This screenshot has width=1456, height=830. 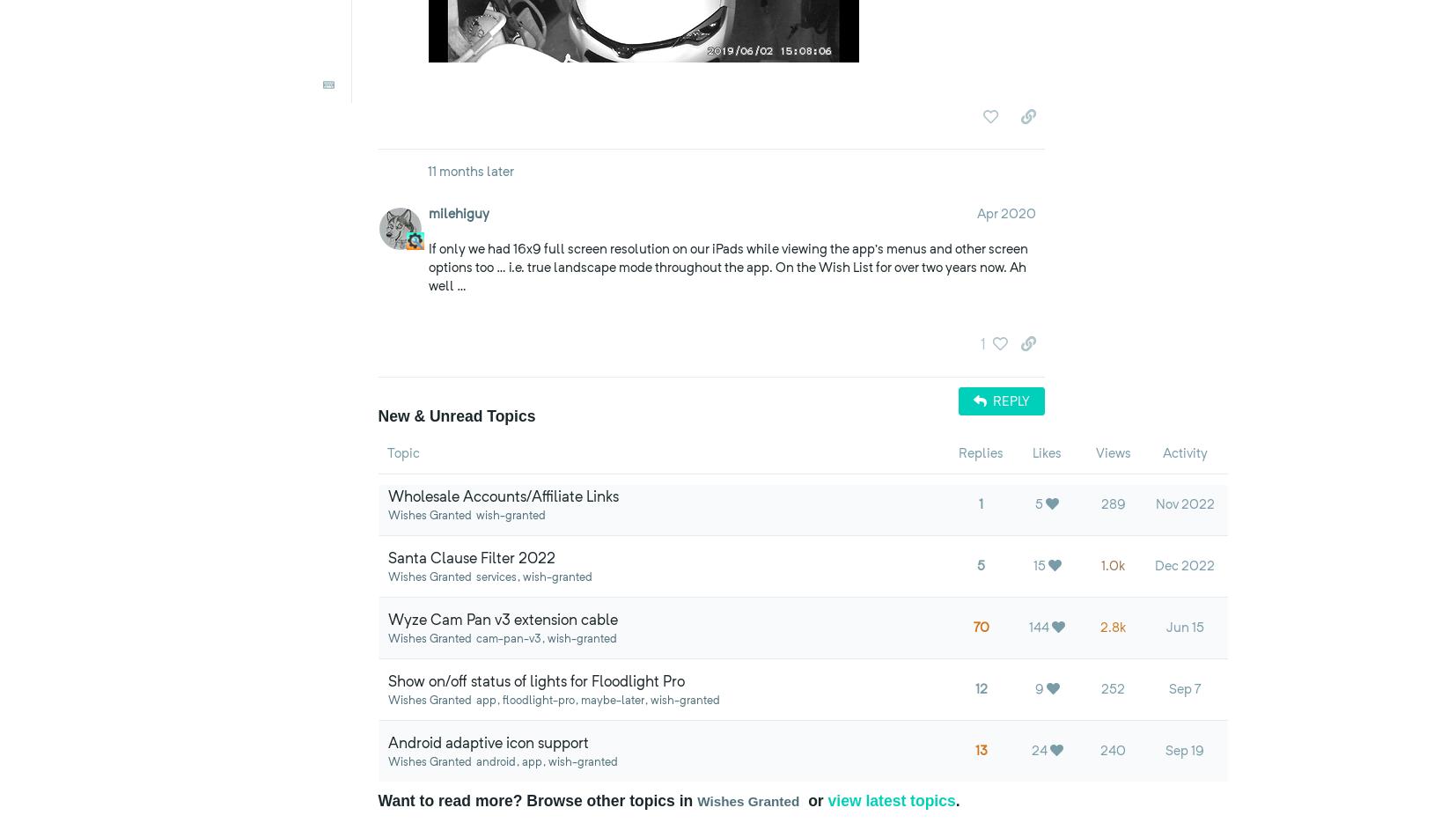 I want to click on '240', so click(x=1113, y=751).